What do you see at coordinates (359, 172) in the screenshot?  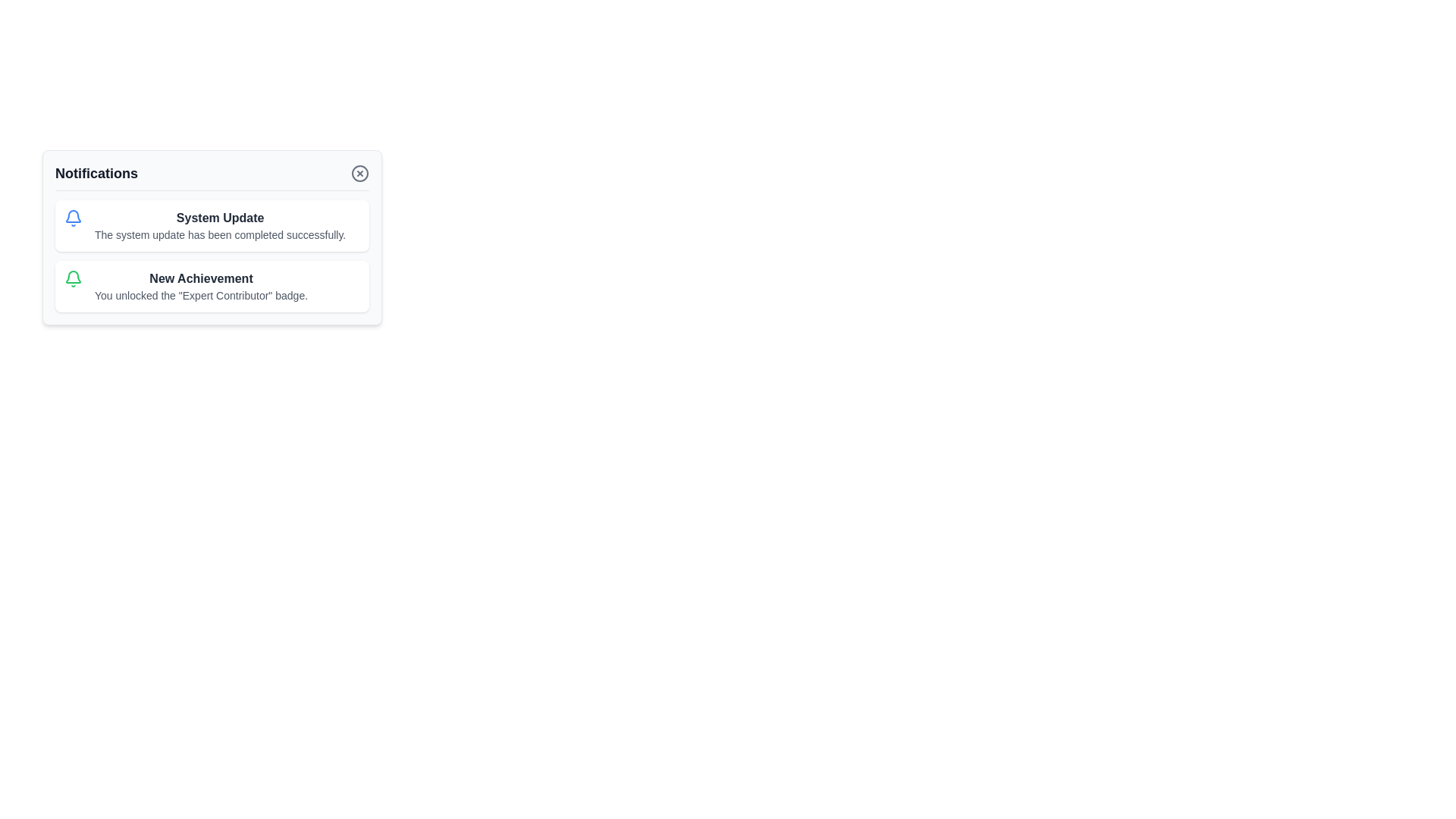 I see `the small circular button with an 'X' shape at its center, located in the top-right corner of the notifications panel header, next to the 'Notifications' text` at bounding box center [359, 172].